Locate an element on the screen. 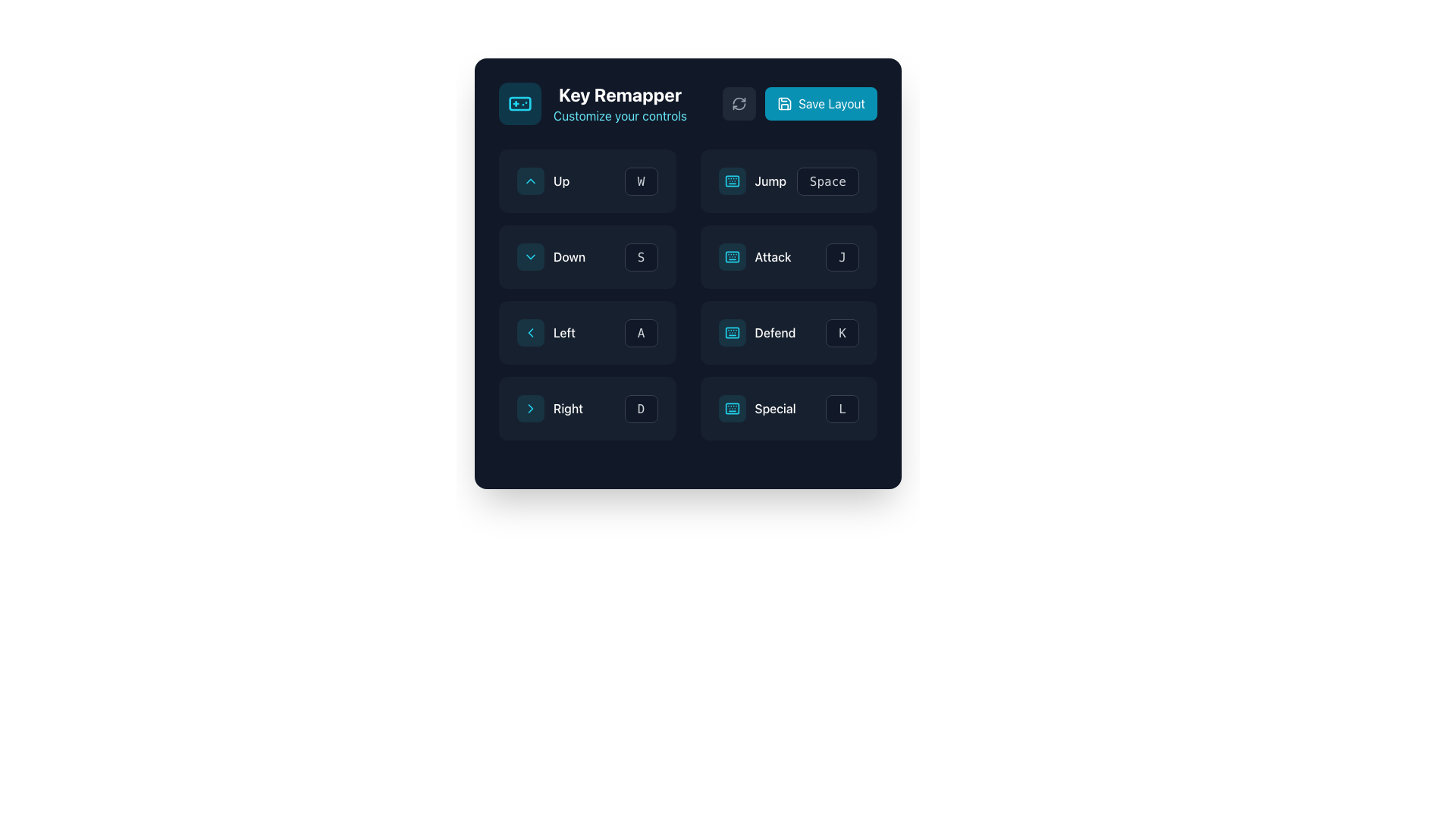 This screenshot has width=1456, height=819. the 'Special' button in the bottom row of the 'Key Remapper' interface is located at coordinates (757, 408).